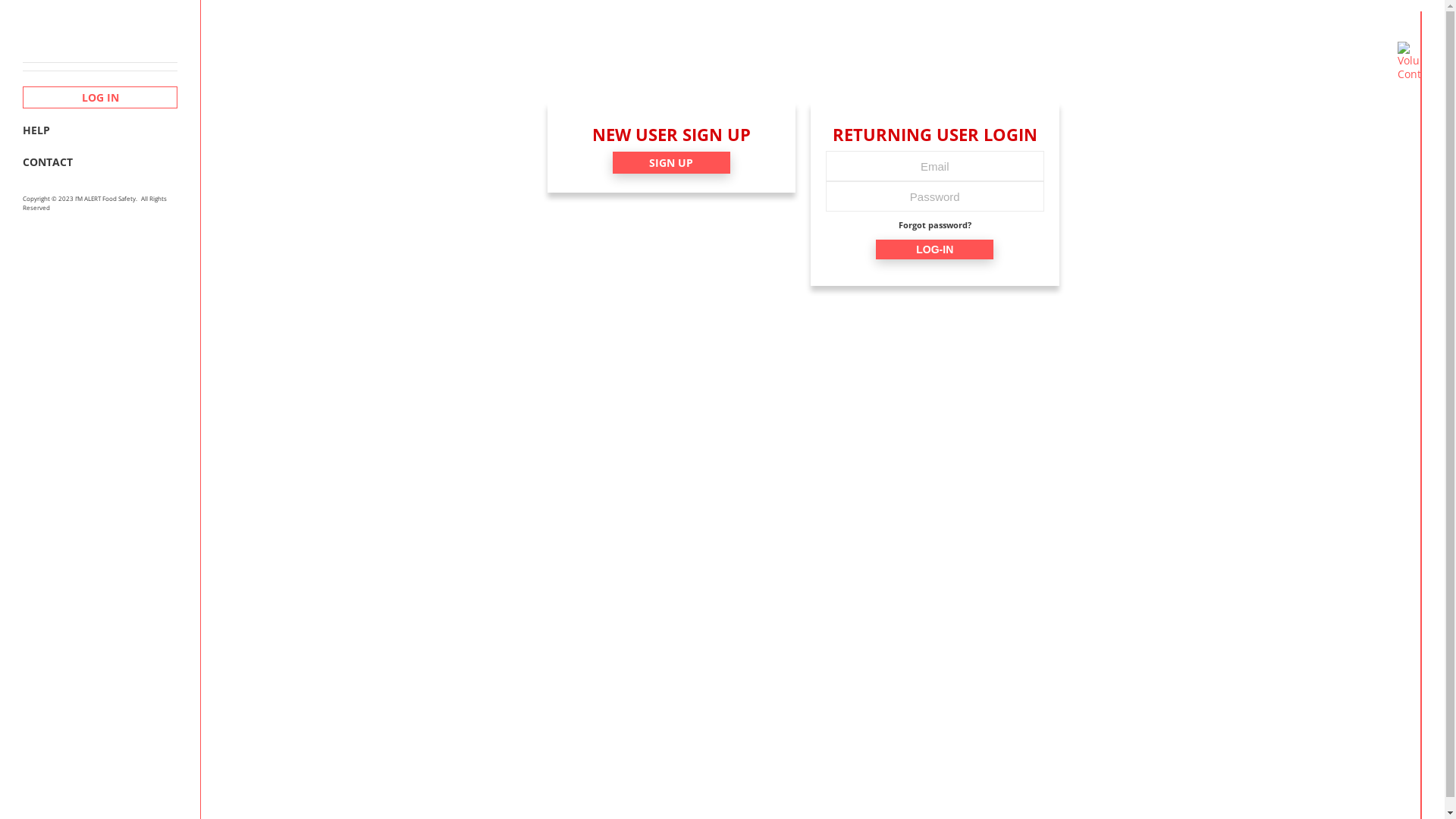 This screenshot has height=819, width=1456. What do you see at coordinates (22, 162) in the screenshot?
I see `'CONTACT'` at bounding box center [22, 162].